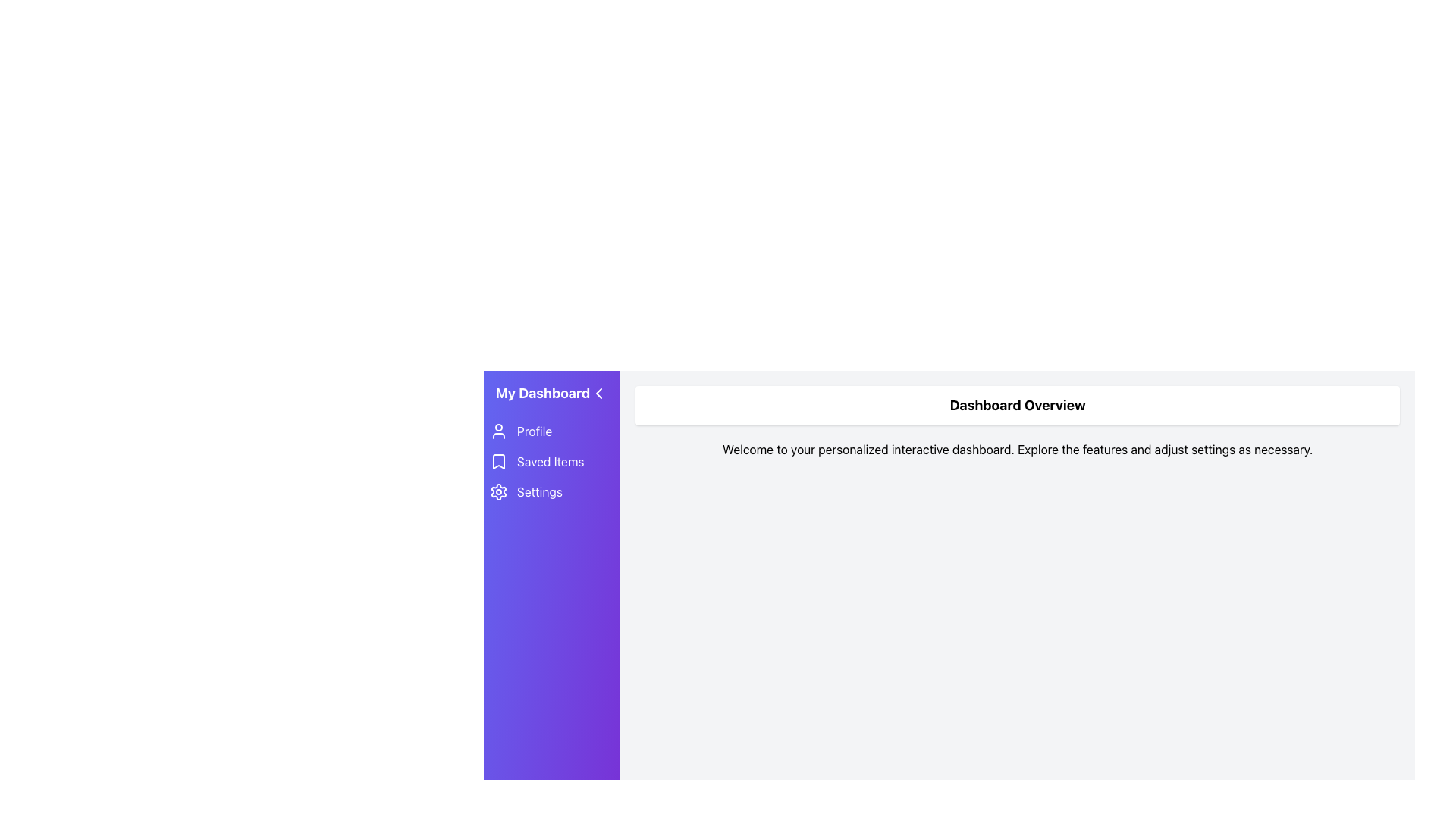 This screenshot has height=819, width=1456. Describe the element at coordinates (539, 491) in the screenshot. I see `text label for the settings menu option located in the sidebar, which is the third option in the menu list, identified by the gear-shaped icon to its left` at that location.